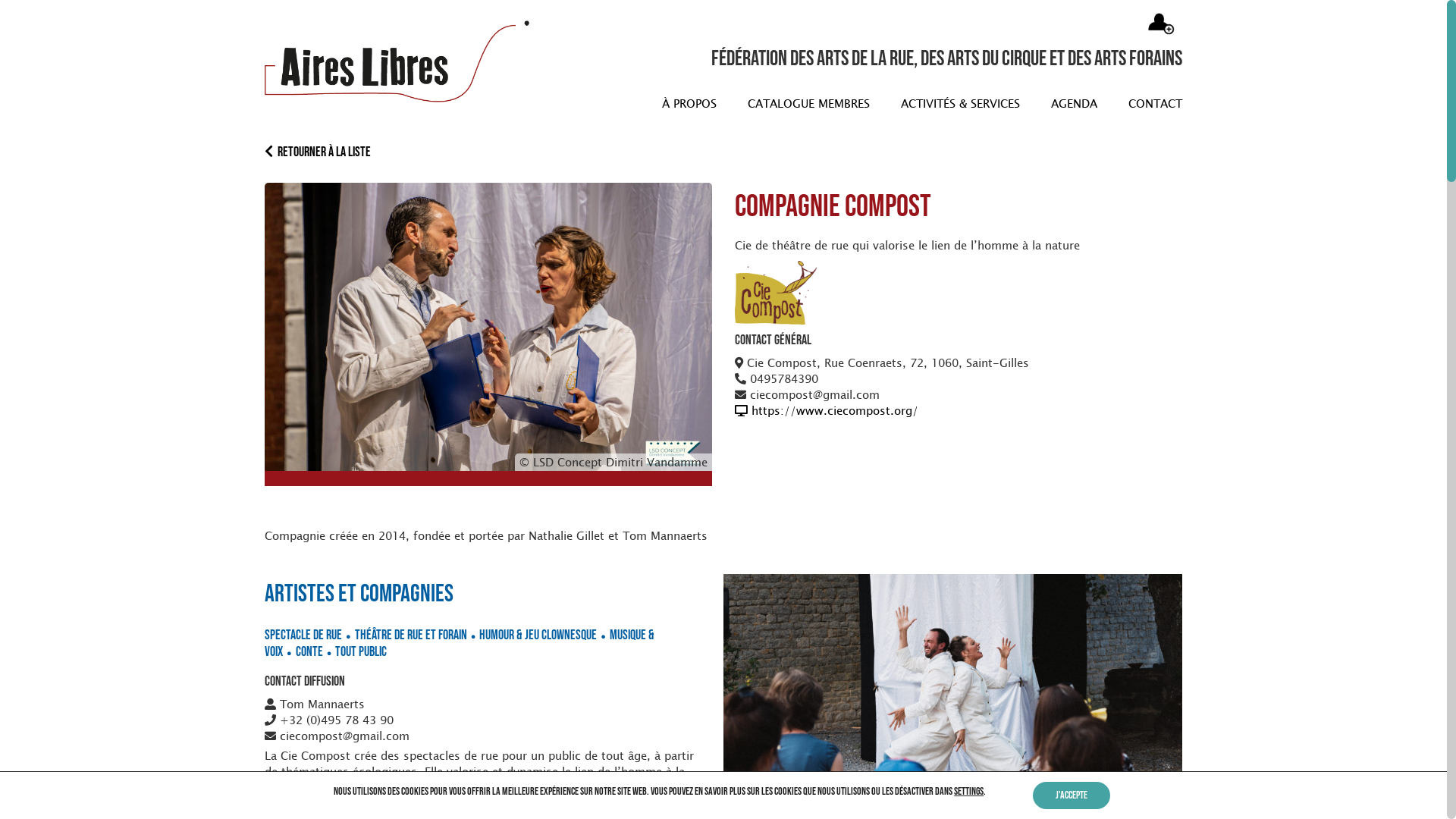 The height and width of the screenshot is (819, 1456). Describe the element at coordinates (952, 791) in the screenshot. I see `'settings'` at that location.